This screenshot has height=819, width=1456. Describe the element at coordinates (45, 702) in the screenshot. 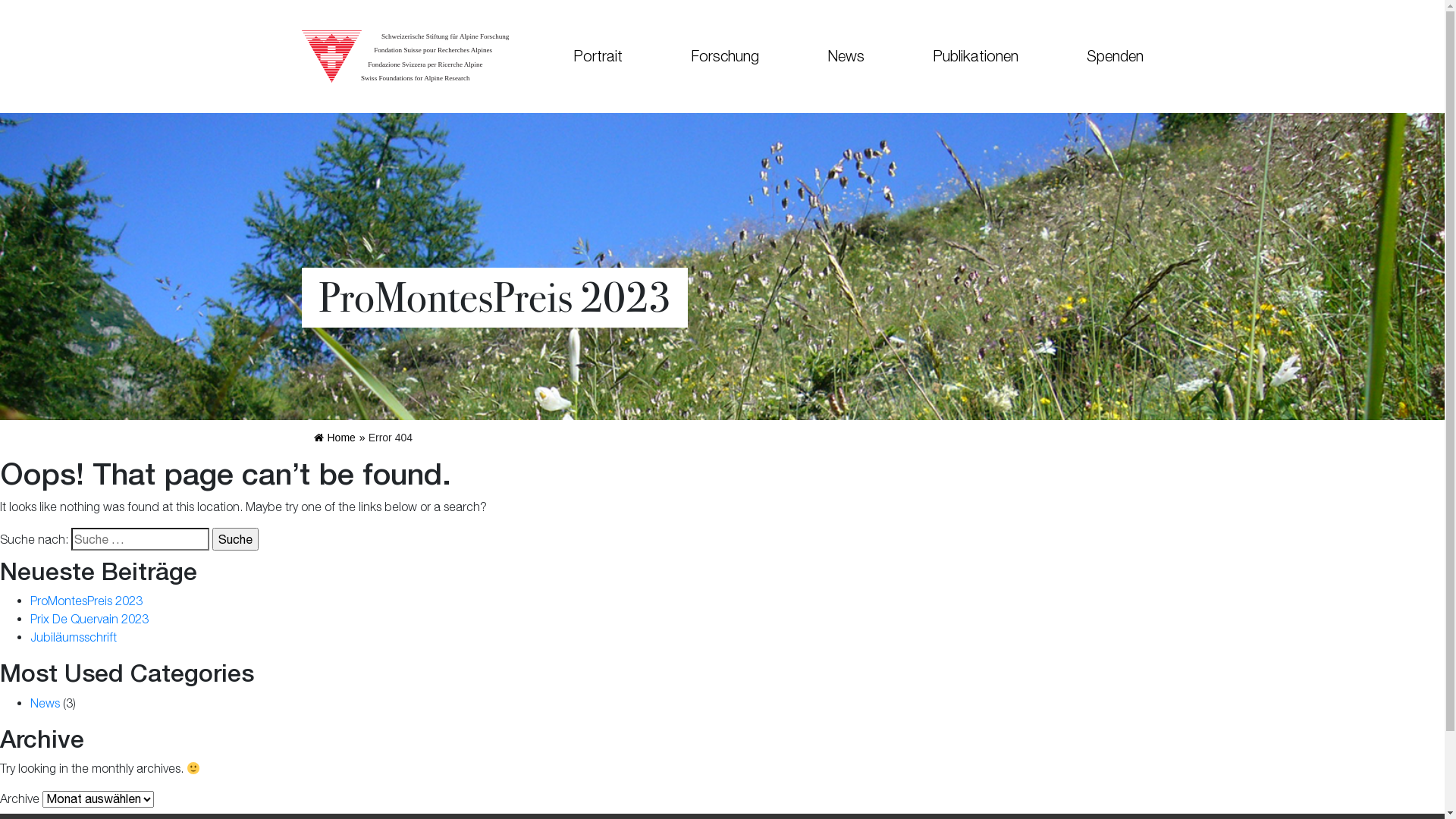

I see `'News'` at that location.